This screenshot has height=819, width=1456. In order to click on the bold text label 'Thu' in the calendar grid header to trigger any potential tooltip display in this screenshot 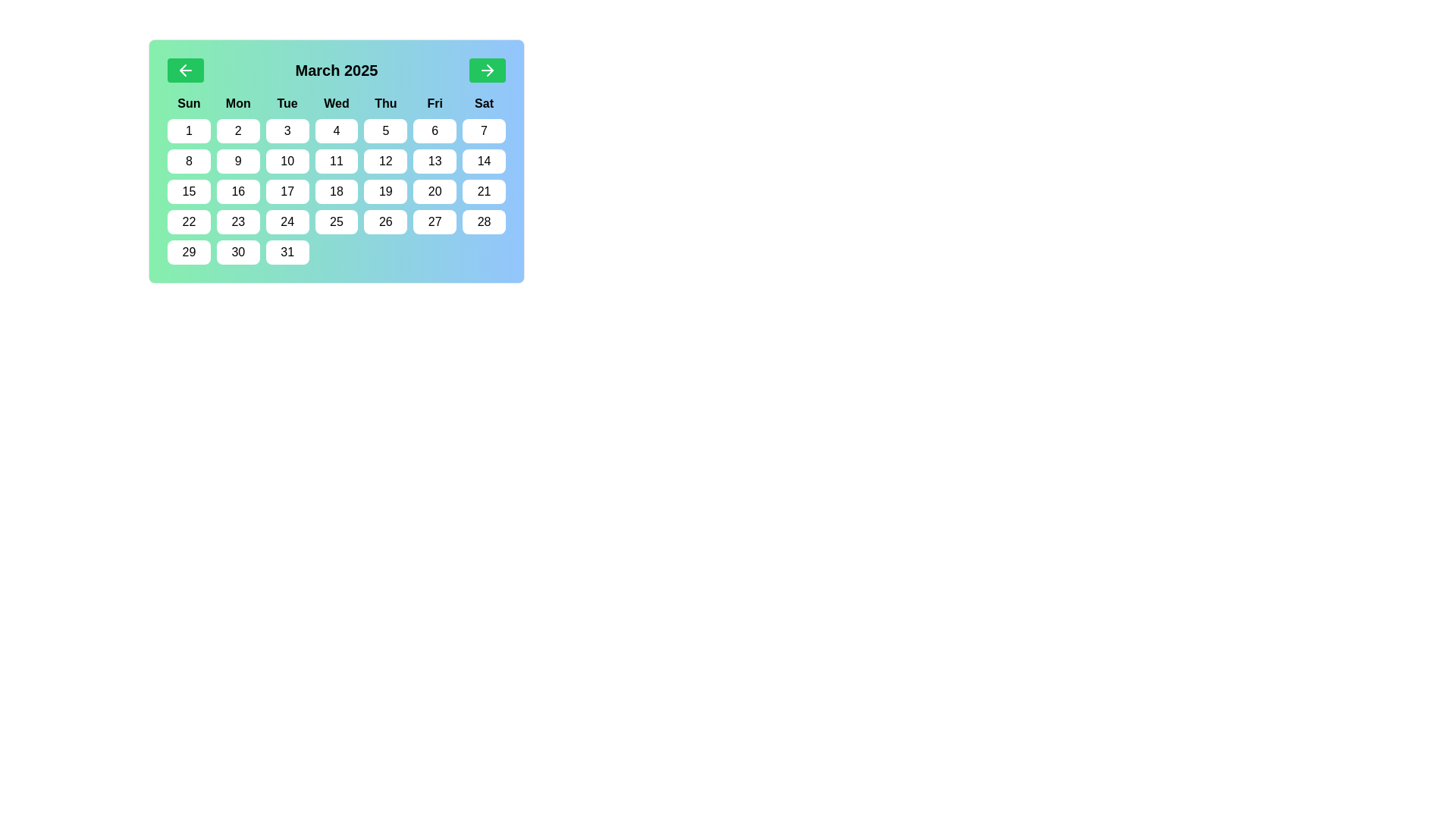, I will do `click(385, 103)`.